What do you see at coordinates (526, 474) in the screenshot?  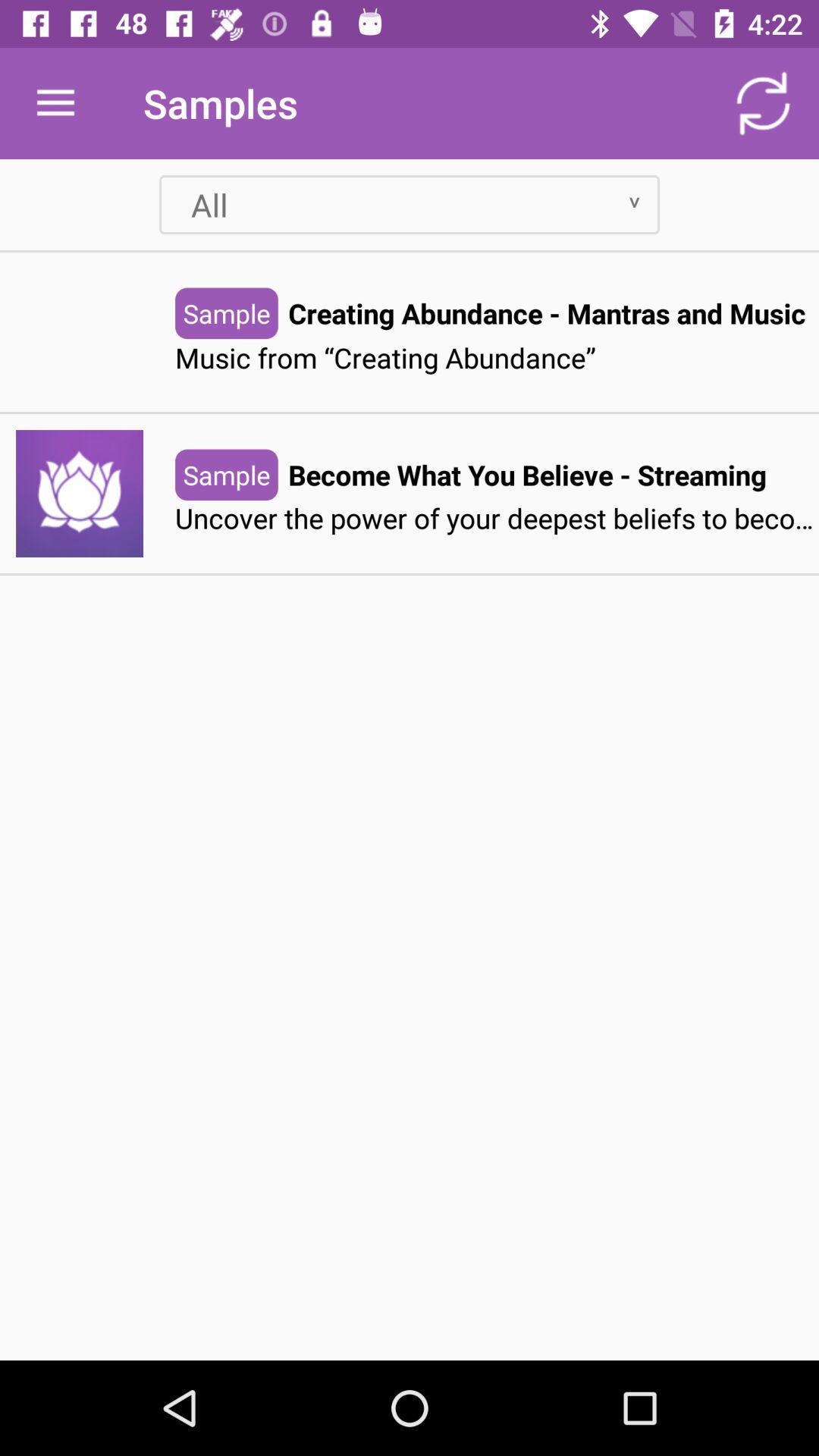 I see `the icon above the uncover the power icon` at bounding box center [526, 474].